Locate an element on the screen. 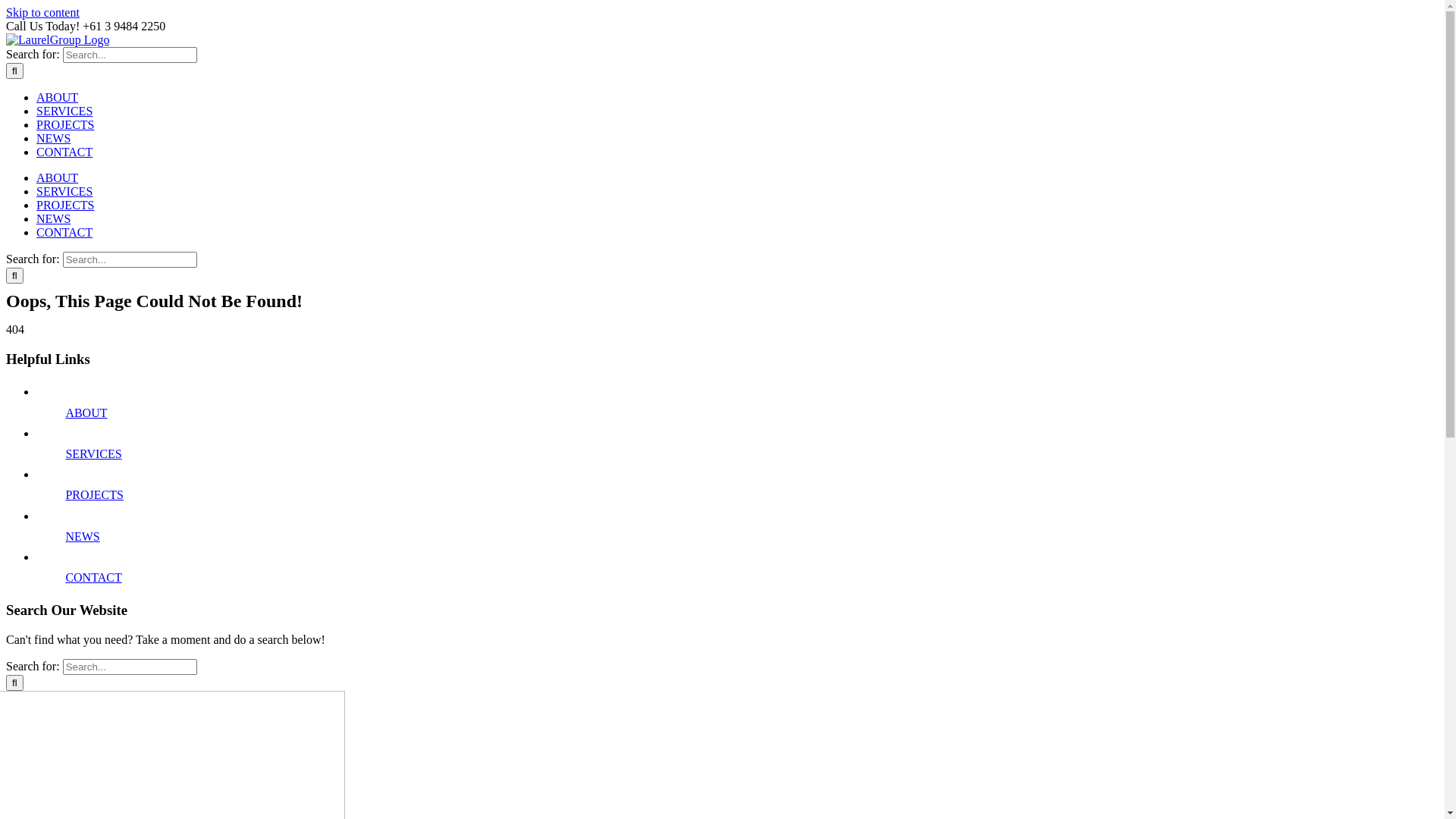 The width and height of the screenshot is (1456, 819). 'ABOUT' is located at coordinates (85, 413).